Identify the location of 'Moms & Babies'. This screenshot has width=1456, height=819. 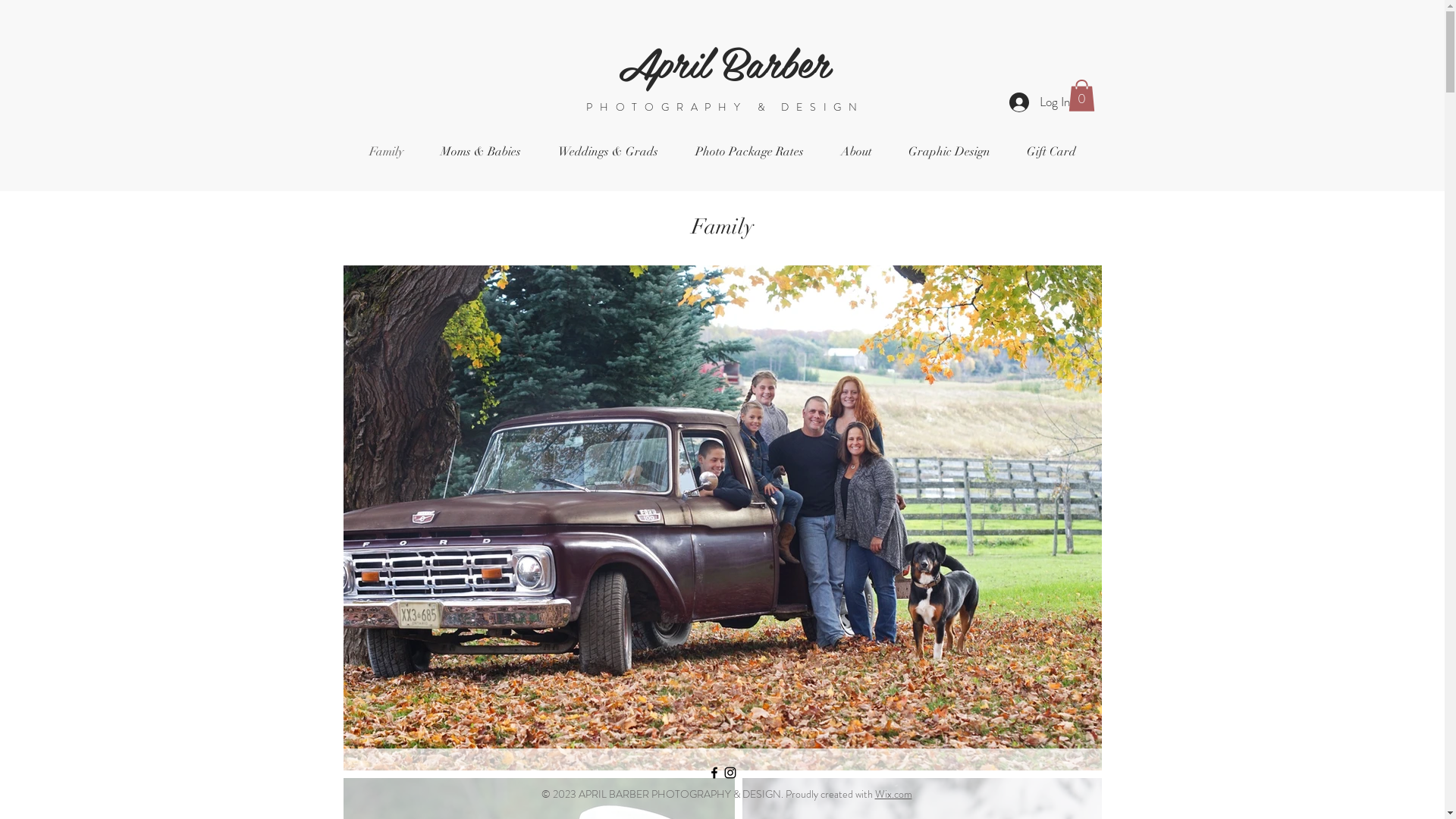
(422, 152).